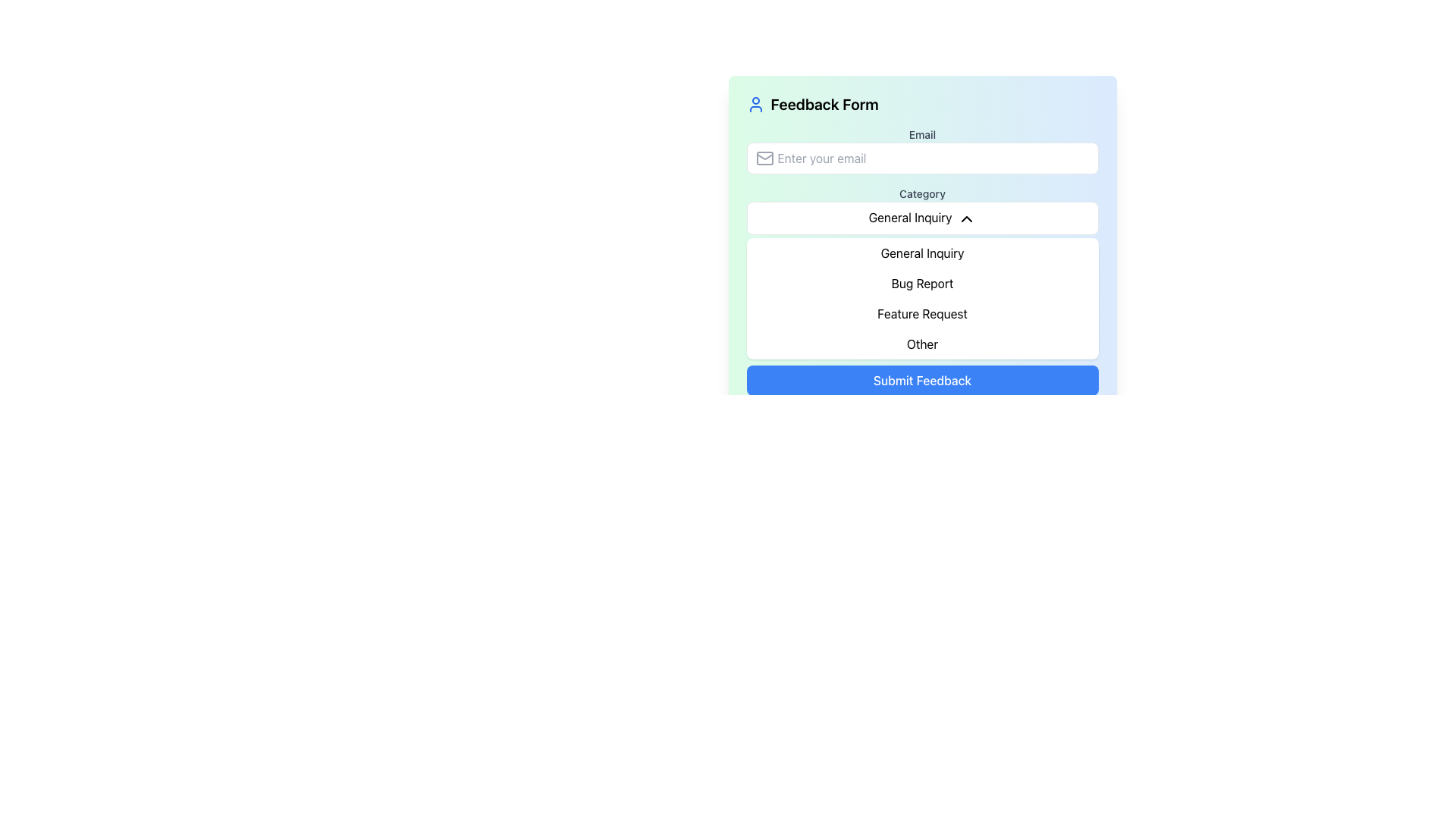 The width and height of the screenshot is (1456, 819). I want to click on the user-related icon located to the left of the 'Feedback Form' heading at the top-left of the feedback form interface, so click(755, 104).